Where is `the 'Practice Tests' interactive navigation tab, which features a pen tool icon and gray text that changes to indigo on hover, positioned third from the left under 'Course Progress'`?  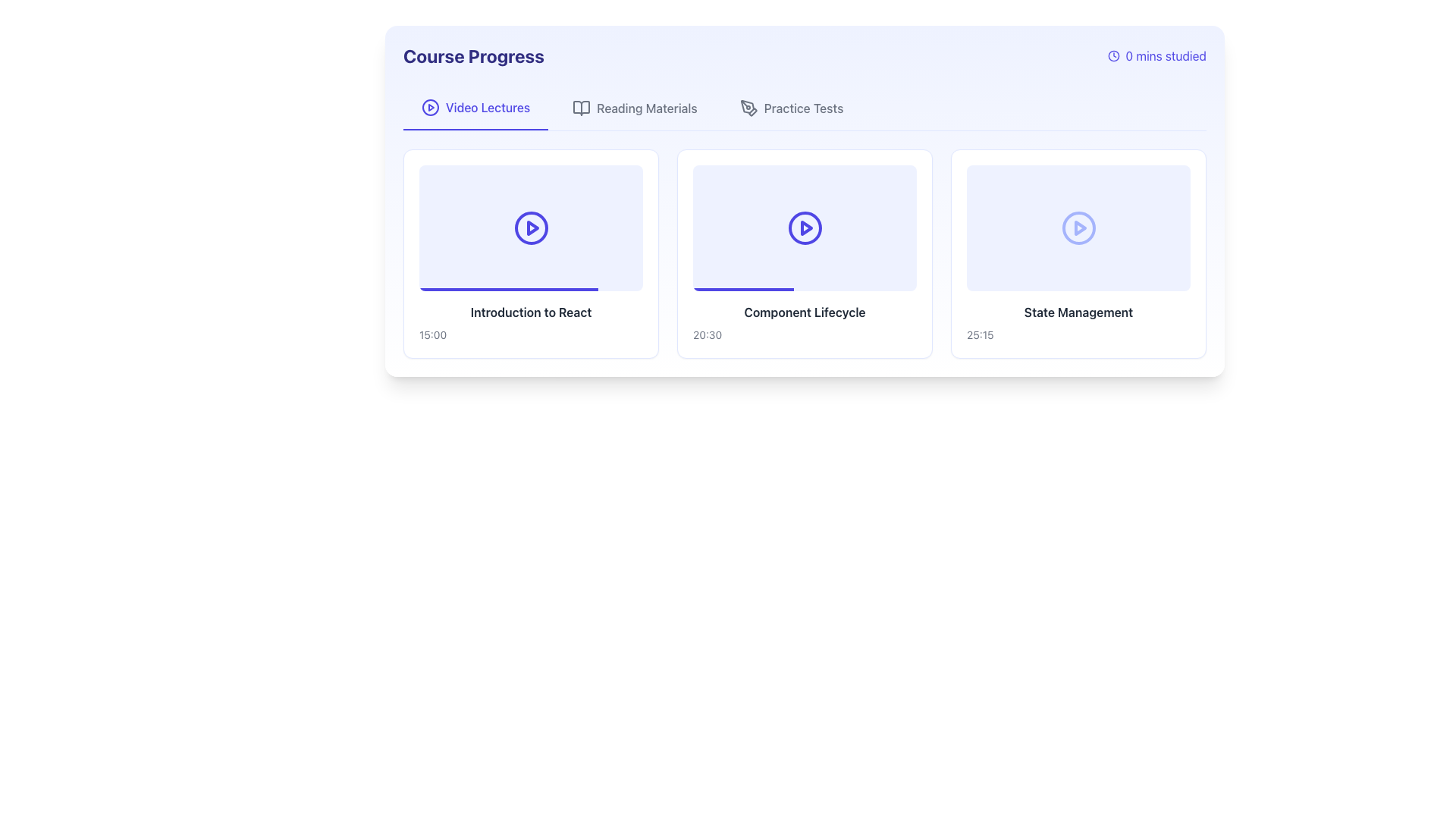
the 'Practice Tests' interactive navigation tab, which features a pen tool icon and gray text that changes to indigo on hover, positioned third from the left under 'Course Progress' is located at coordinates (791, 107).